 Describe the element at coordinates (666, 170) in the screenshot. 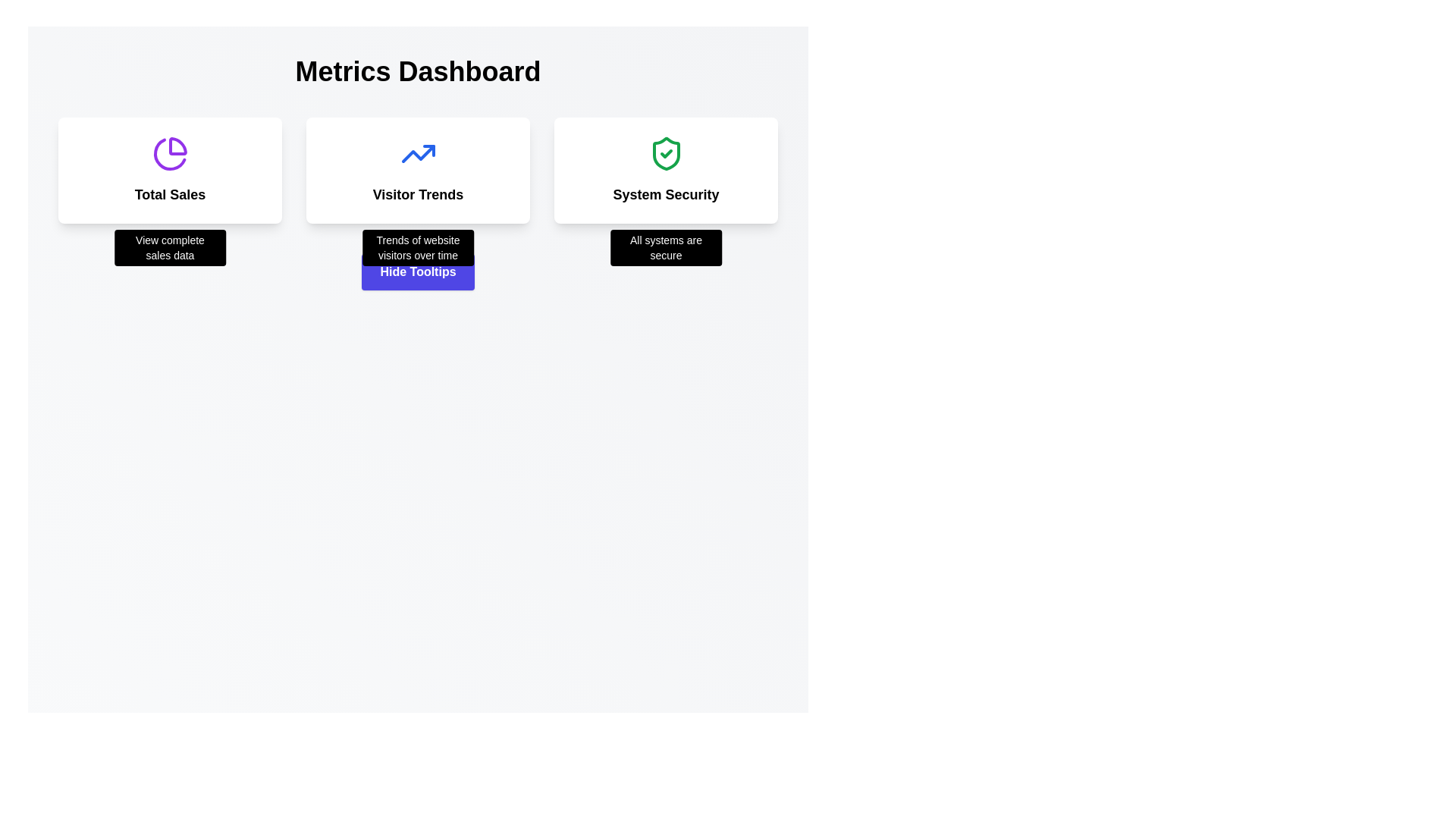

I see `the Descriptive card, which indicates the system security status and is the rightmost card in the grid of three cards` at that location.